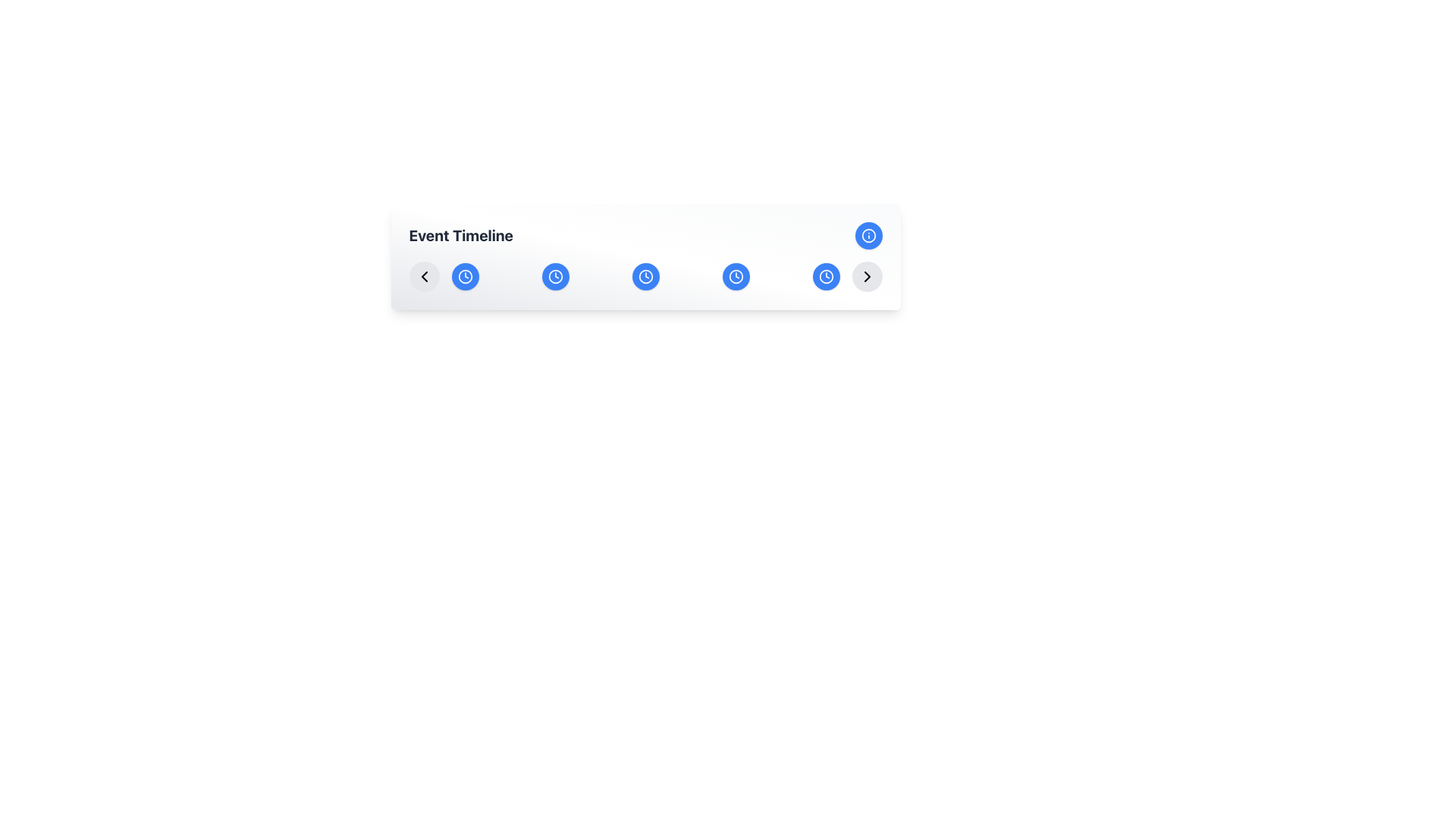 The image size is (1456, 819). Describe the element at coordinates (554, 277) in the screenshot. I see `the circular blue button with a white clock icon, the second button in the Event Timeline section` at that location.